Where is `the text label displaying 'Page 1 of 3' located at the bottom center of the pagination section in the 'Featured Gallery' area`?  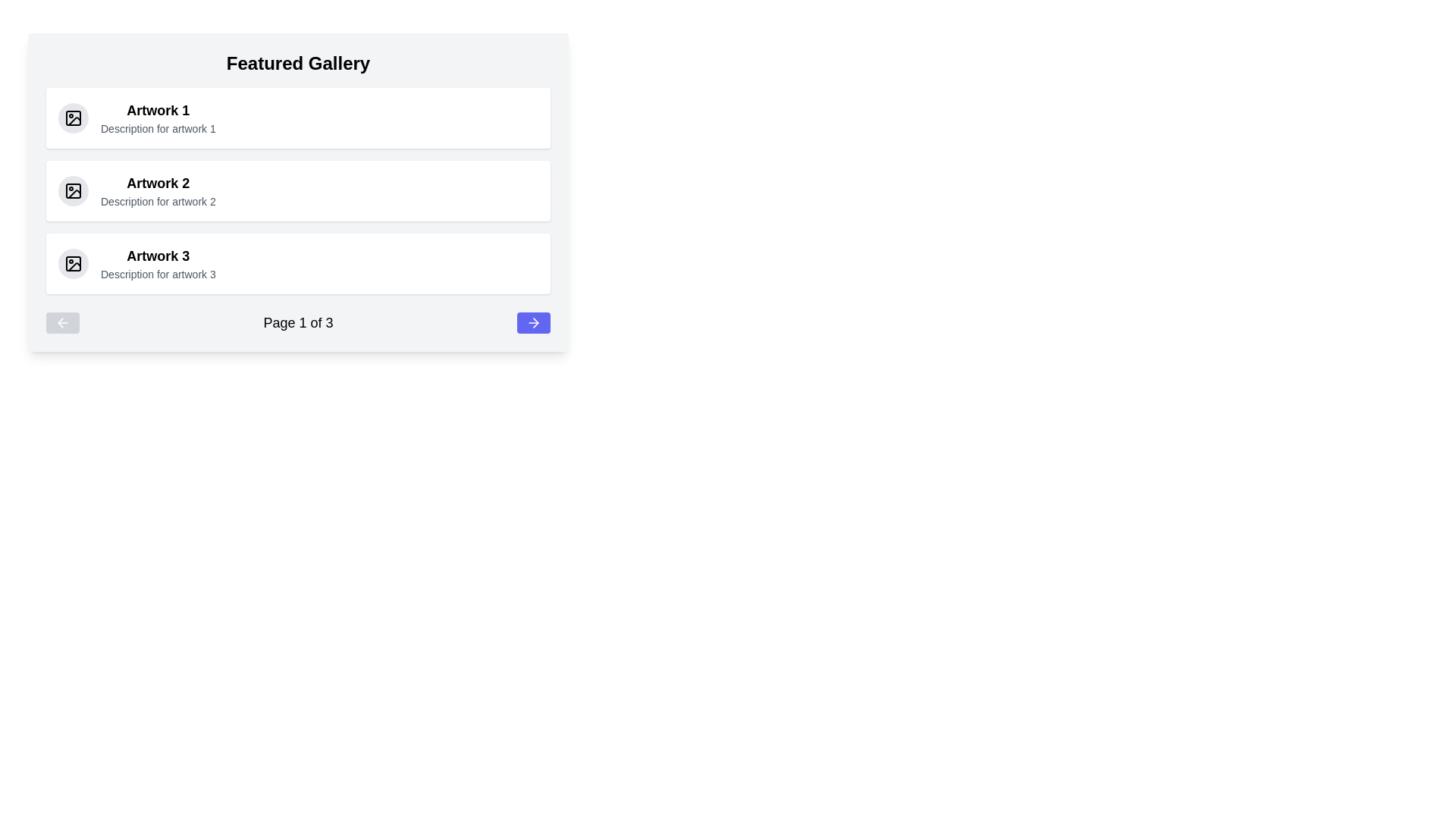 the text label displaying 'Page 1 of 3' located at the bottom center of the pagination section in the 'Featured Gallery' area is located at coordinates (298, 322).